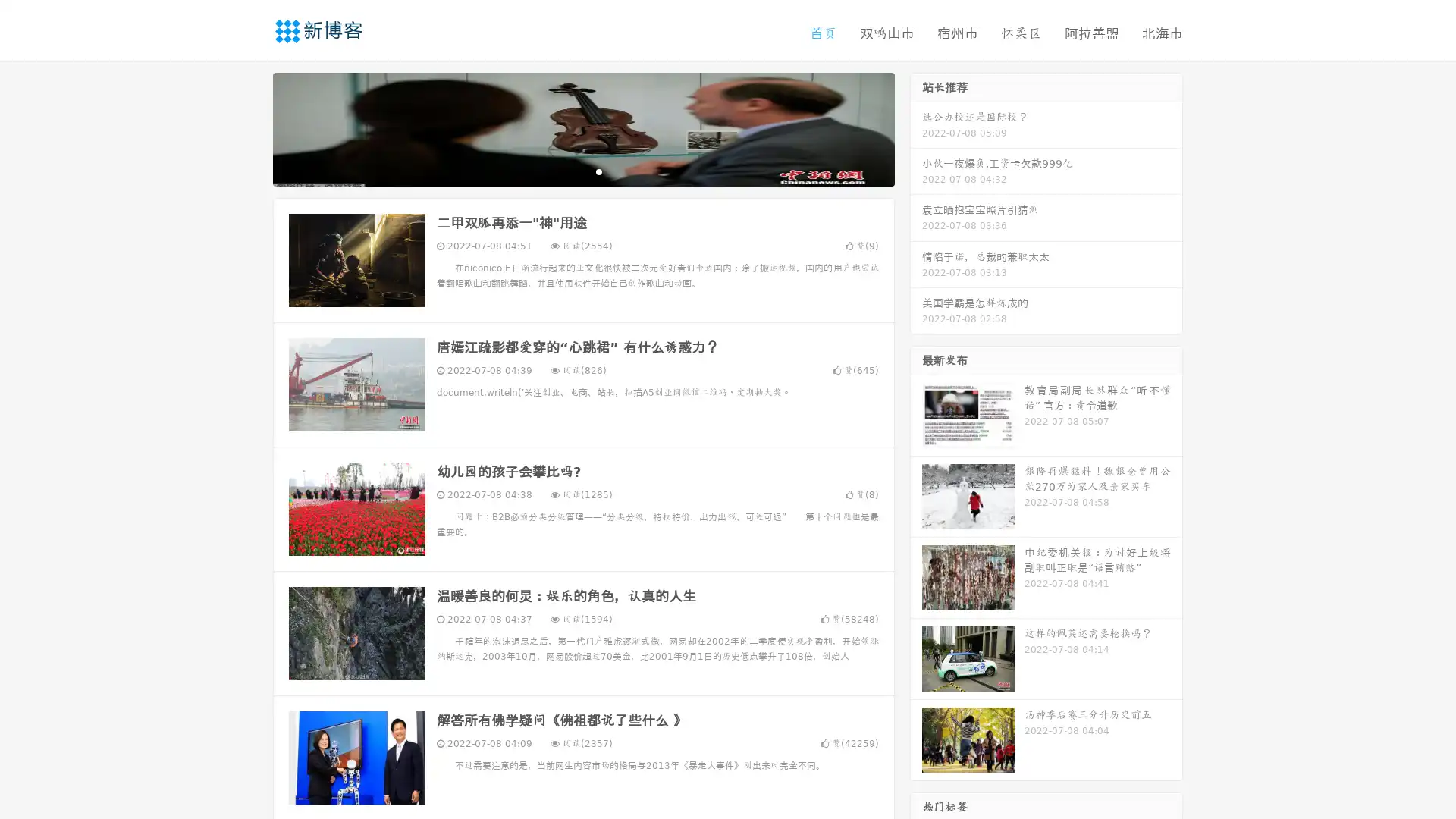  I want to click on Previous slide, so click(250, 127).